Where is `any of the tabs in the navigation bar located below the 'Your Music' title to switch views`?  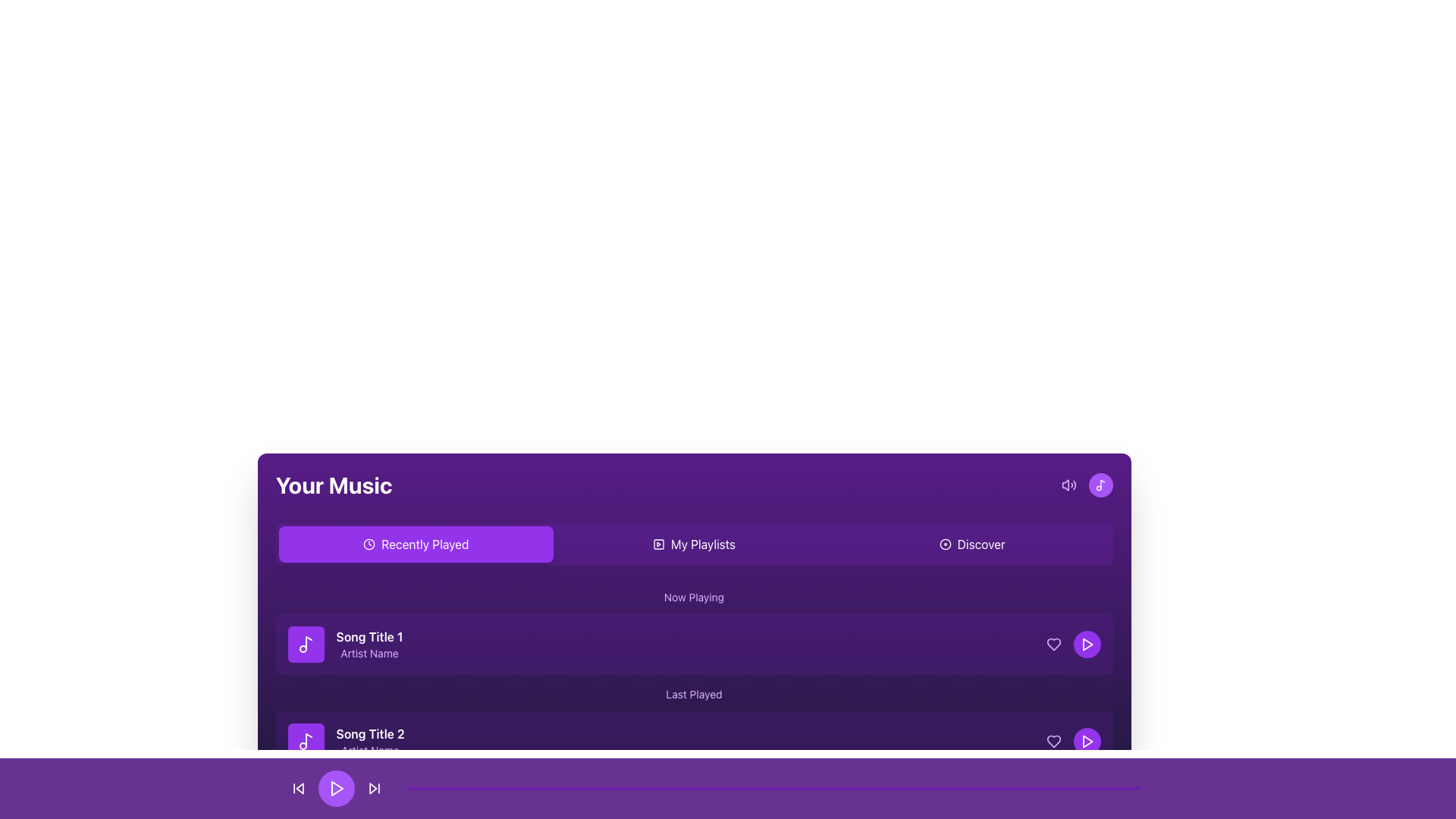 any of the tabs in the navigation bar located below the 'Your Music' title to switch views is located at coordinates (693, 543).